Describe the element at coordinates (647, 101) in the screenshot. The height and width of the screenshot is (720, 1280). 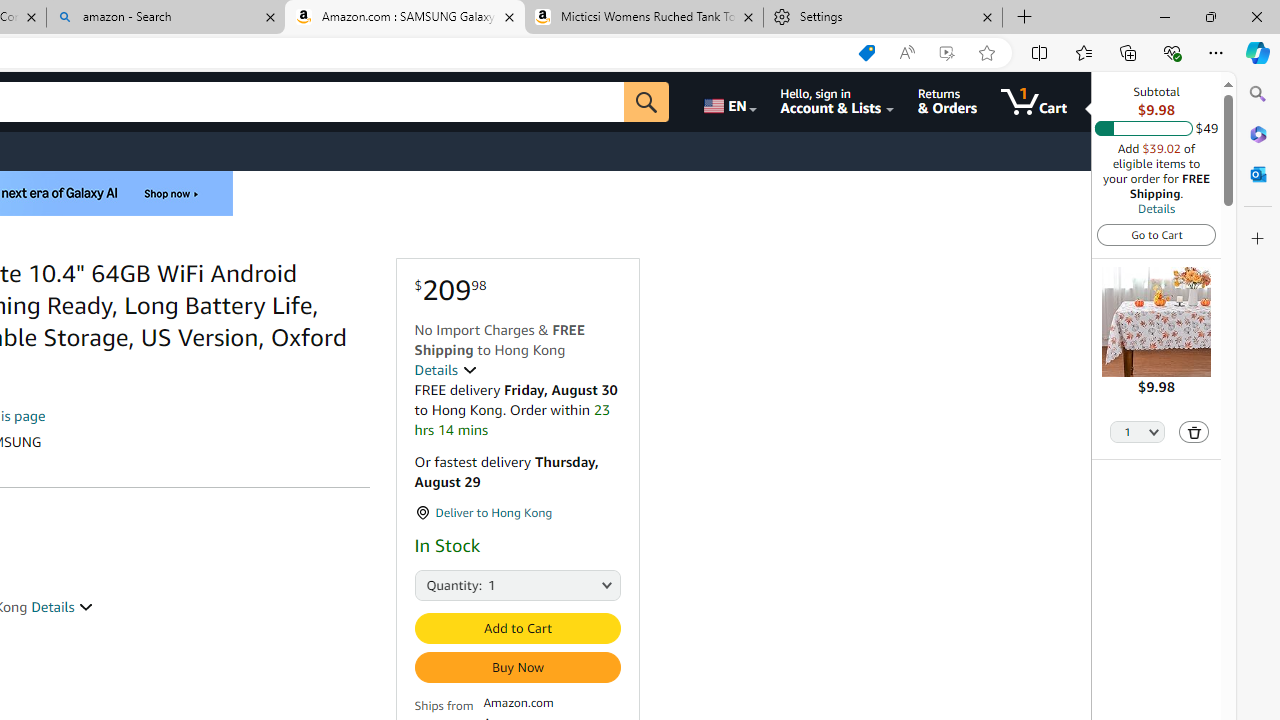
I see `'Go'` at that location.